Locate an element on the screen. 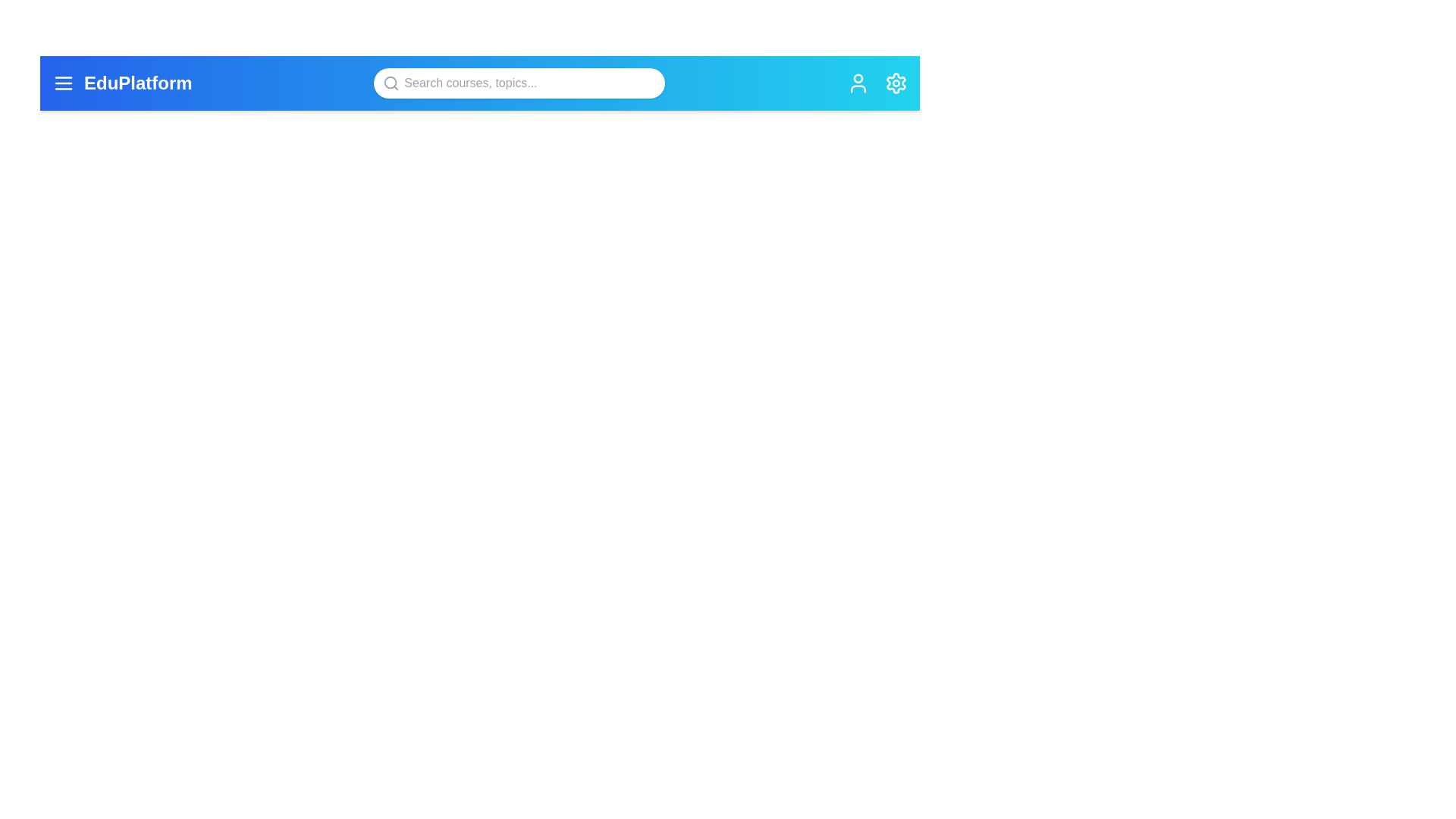 Image resolution: width=1456 pixels, height=819 pixels. the settings icon to open the settings menu is located at coordinates (896, 83).